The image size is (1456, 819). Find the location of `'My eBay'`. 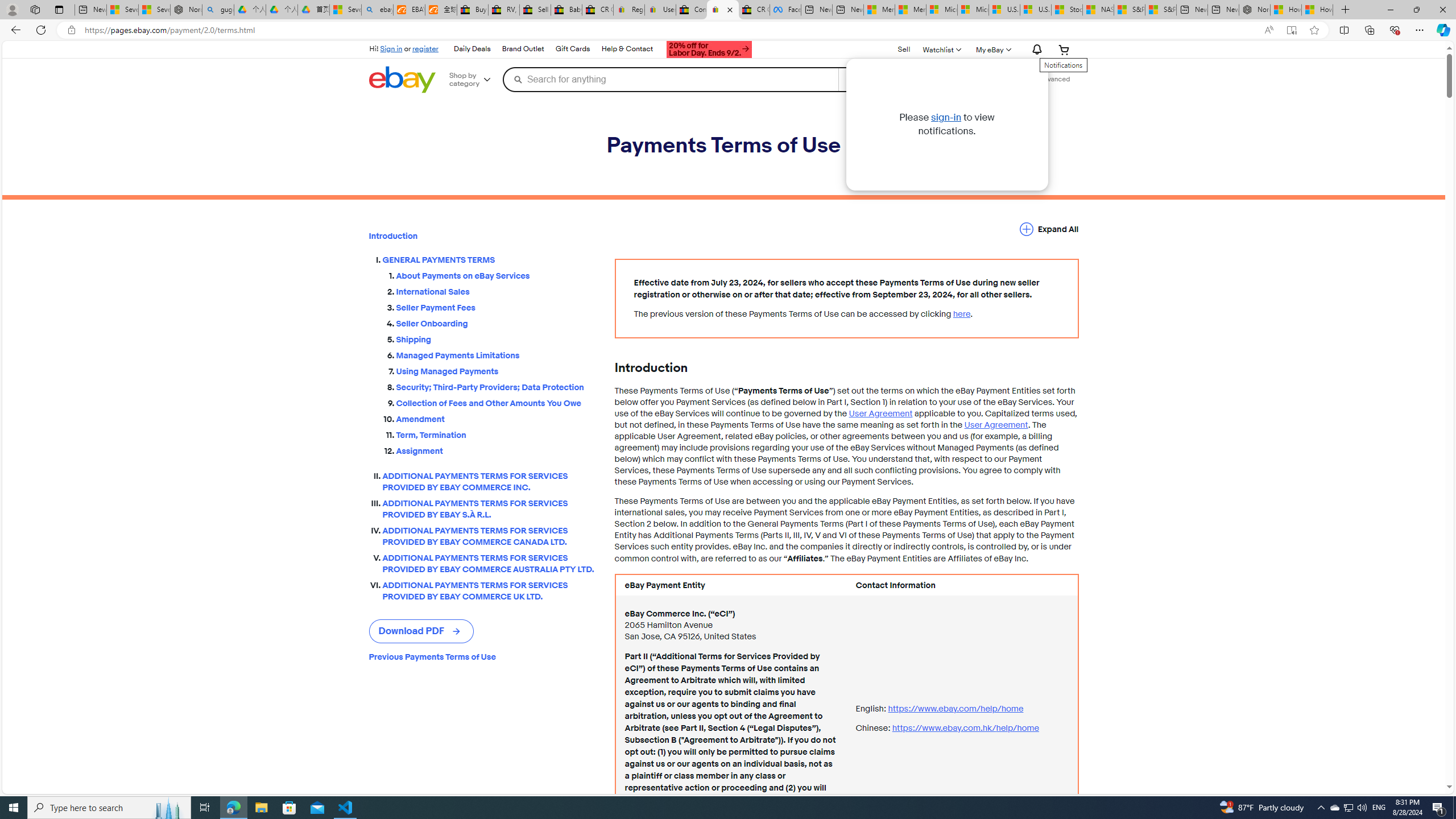

'My eBay' is located at coordinates (992, 49).